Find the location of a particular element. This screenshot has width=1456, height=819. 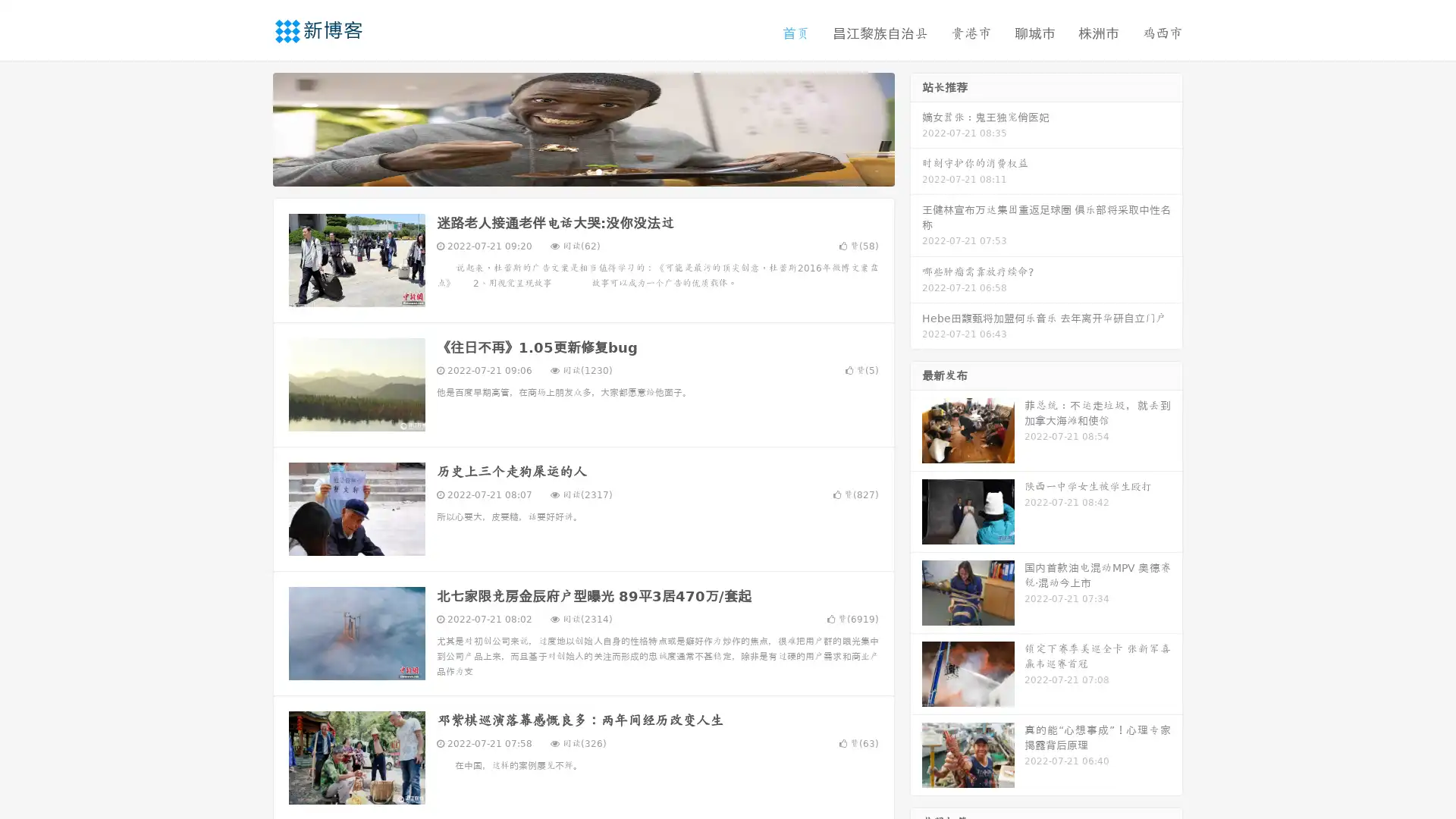

Next slide is located at coordinates (916, 127).